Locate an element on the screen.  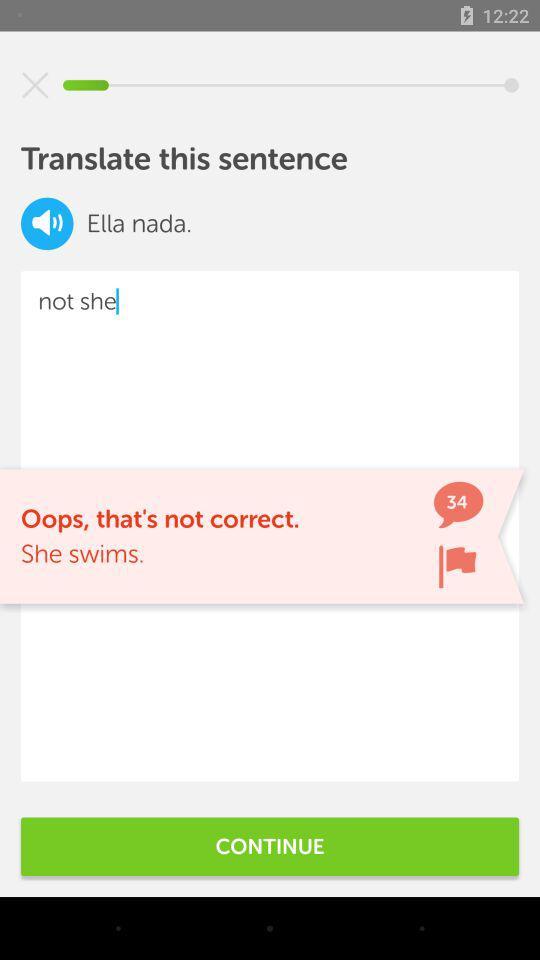
item above the not she item is located at coordinates (47, 223).